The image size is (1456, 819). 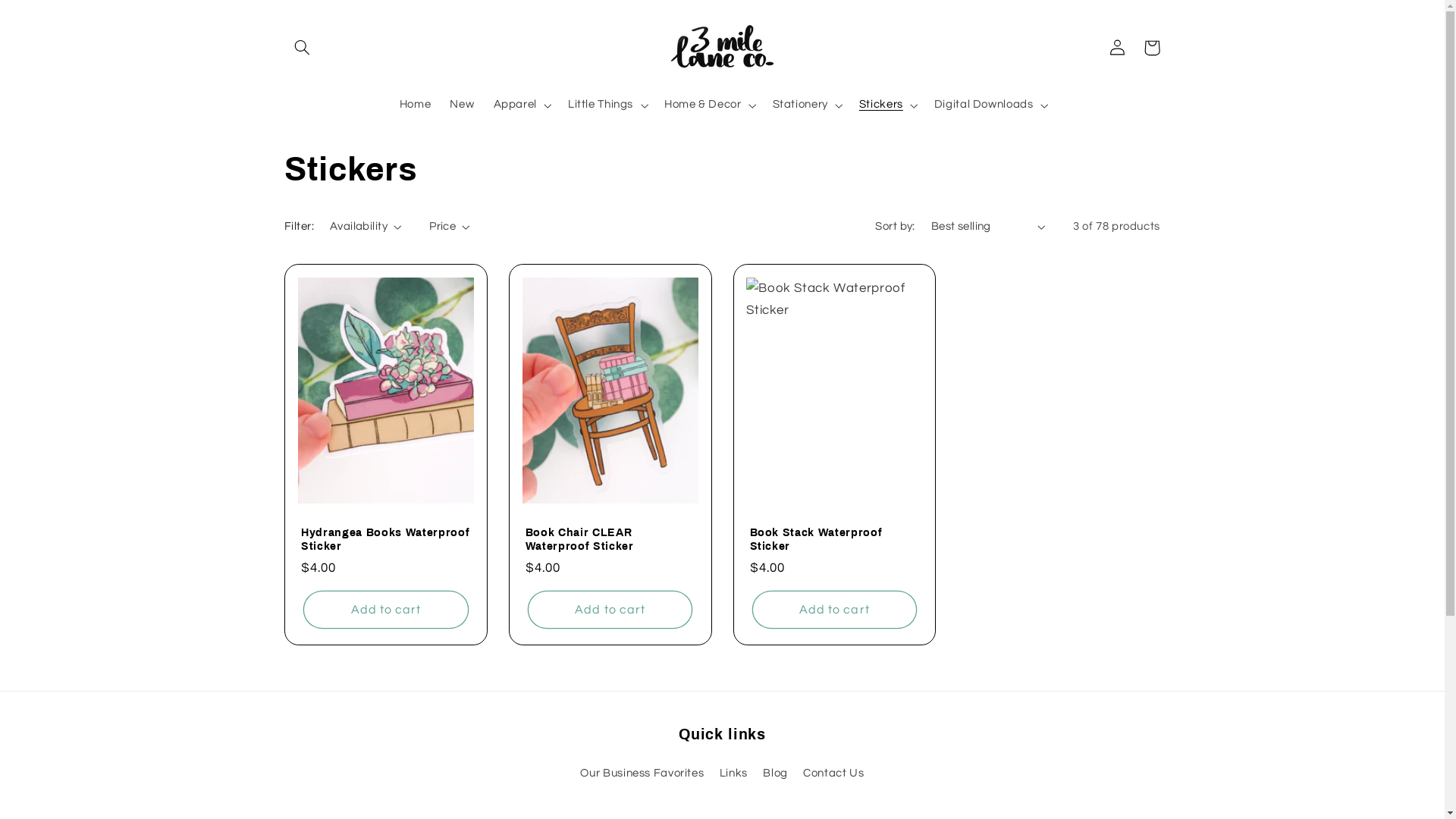 What do you see at coordinates (763, 773) in the screenshot?
I see `'Blog'` at bounding box center [763, 773].